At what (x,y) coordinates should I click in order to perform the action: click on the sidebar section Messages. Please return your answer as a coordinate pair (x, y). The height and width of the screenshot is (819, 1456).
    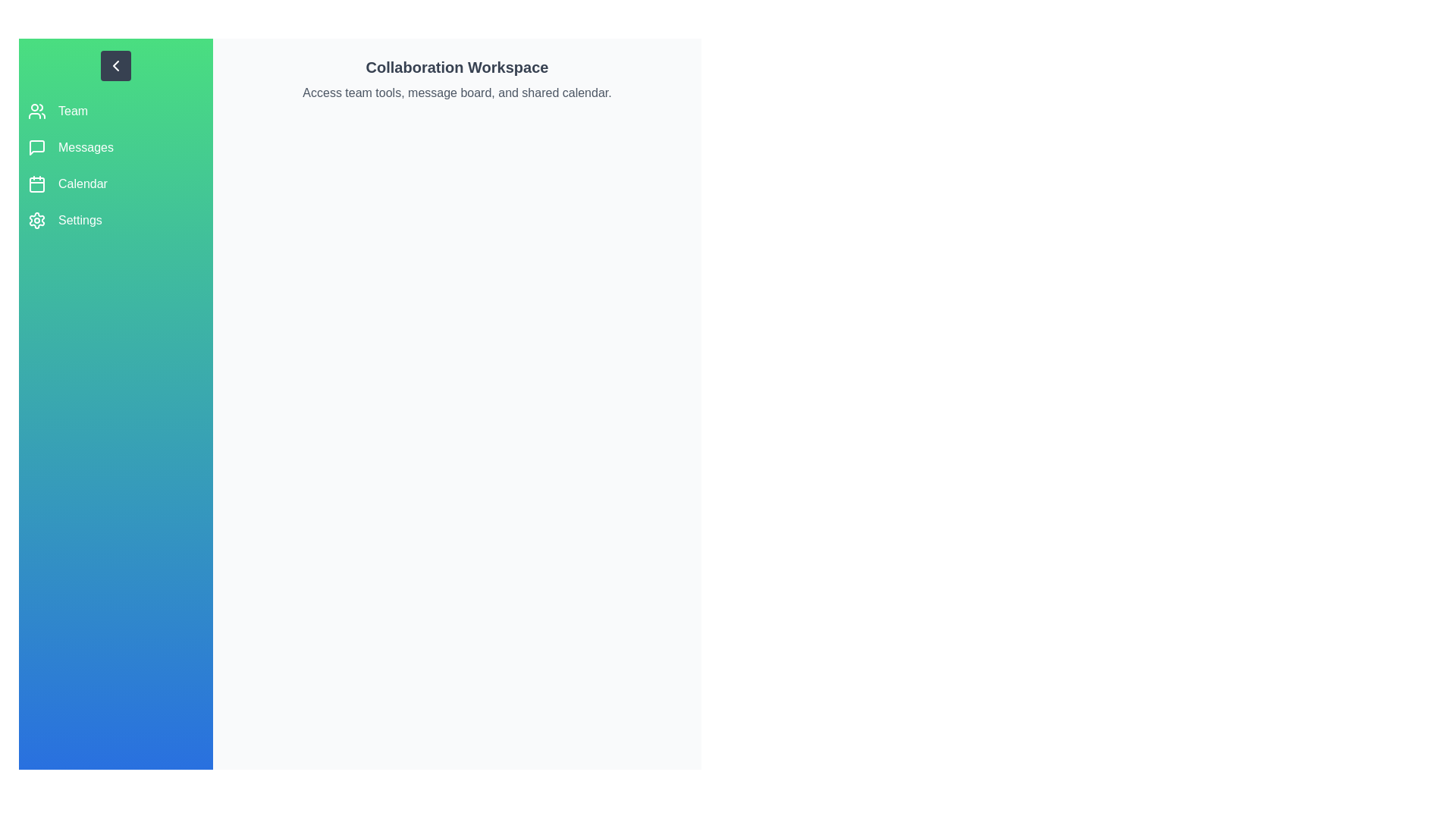
    Looking at the image, I should click on (115, 148).